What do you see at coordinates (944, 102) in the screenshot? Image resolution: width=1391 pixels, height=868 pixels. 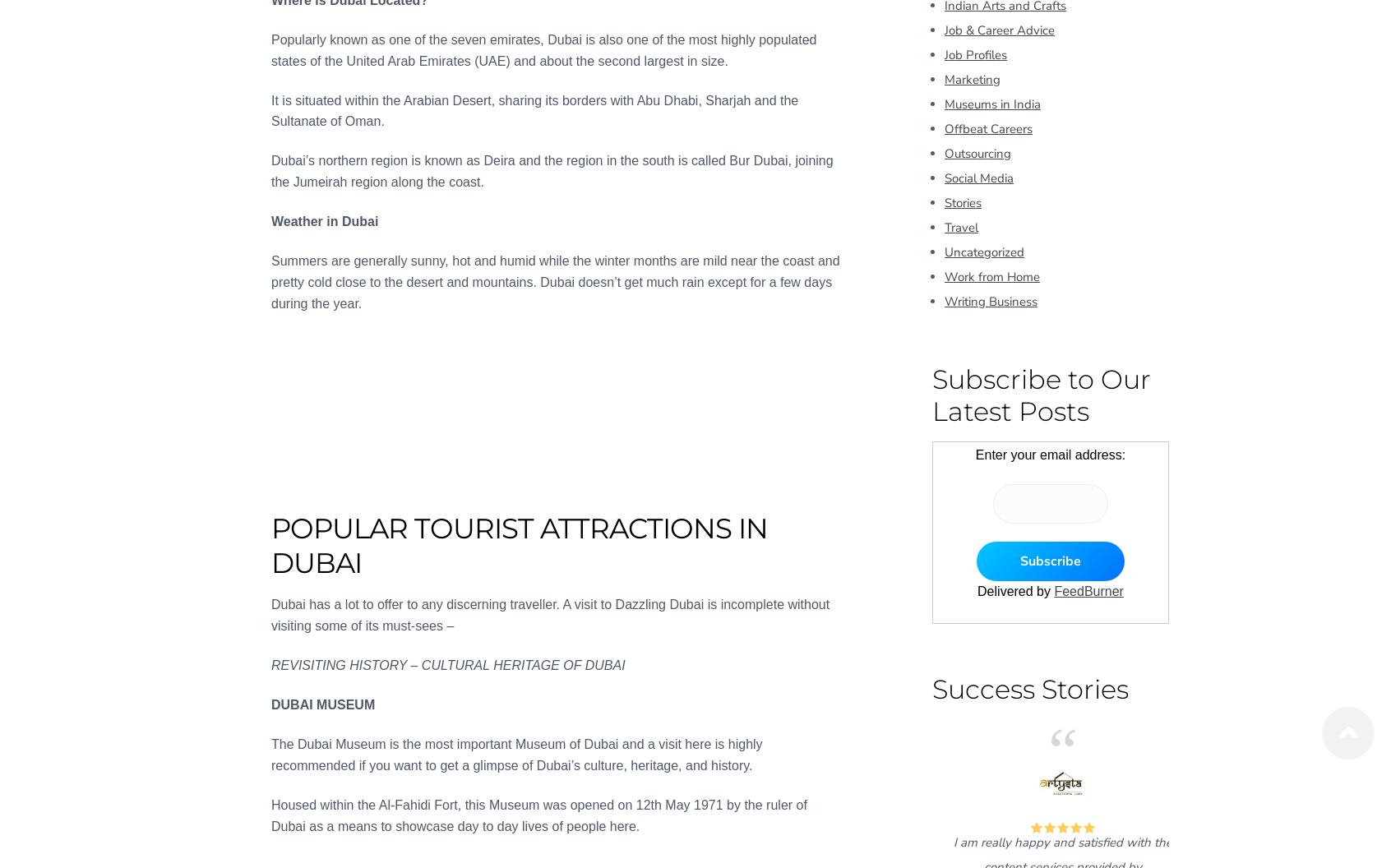 I see `'Museums in India'` at bounding box center [944, 102].